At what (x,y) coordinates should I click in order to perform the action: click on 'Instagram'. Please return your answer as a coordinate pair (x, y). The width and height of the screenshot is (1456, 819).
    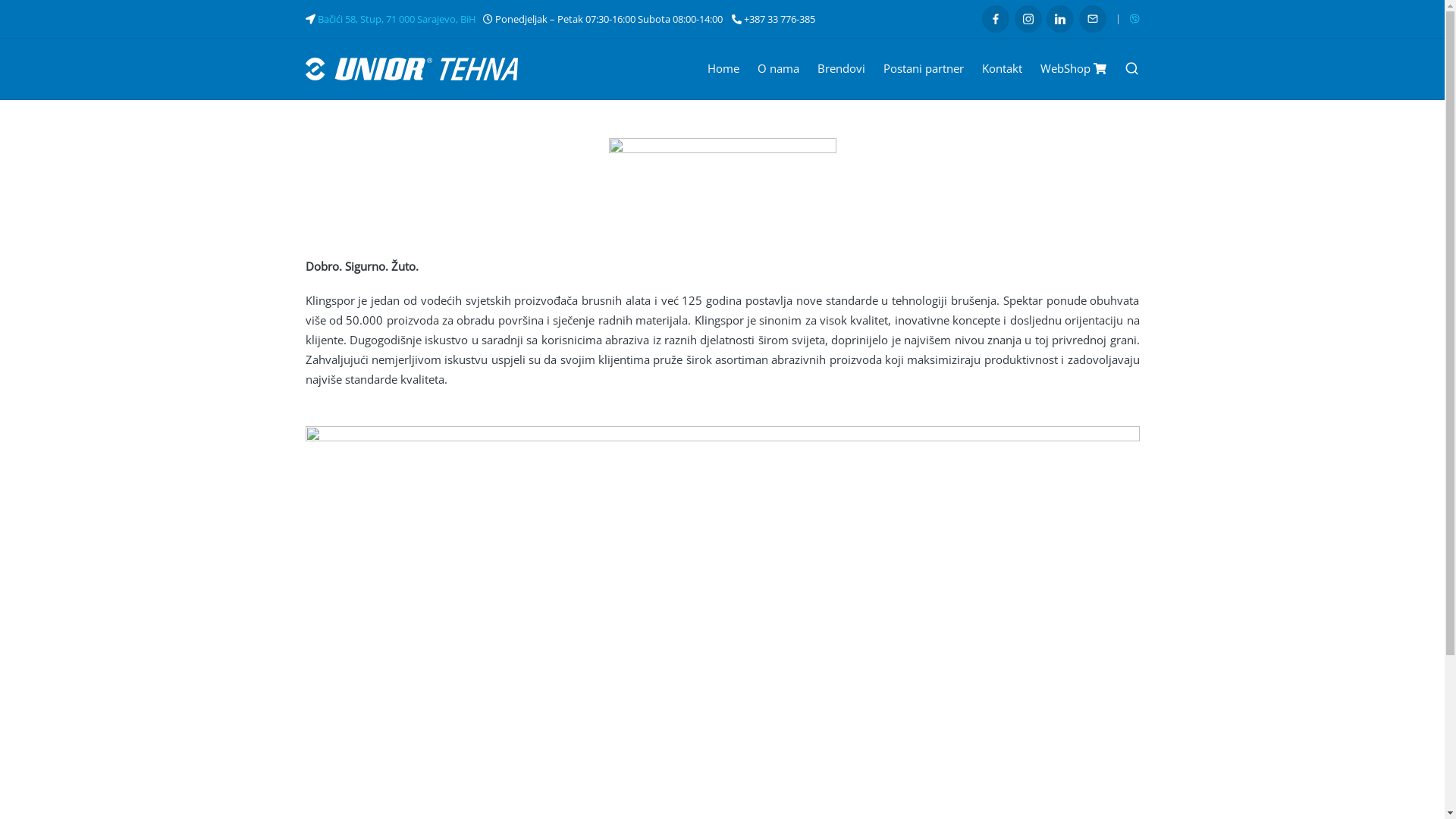
    Looking at the image, I should click on (1028, 18).